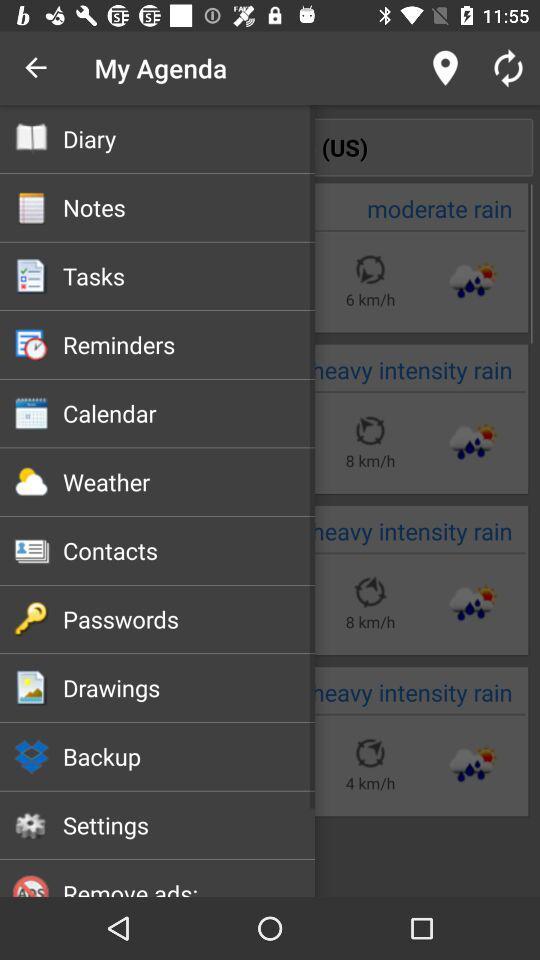 The width and height of the screenshot is (540, 960). What do you see at coordinates (31, 345) in the screenshot?
I see `the fourth icon from the left top of the page` at bounding box center [31, 345].